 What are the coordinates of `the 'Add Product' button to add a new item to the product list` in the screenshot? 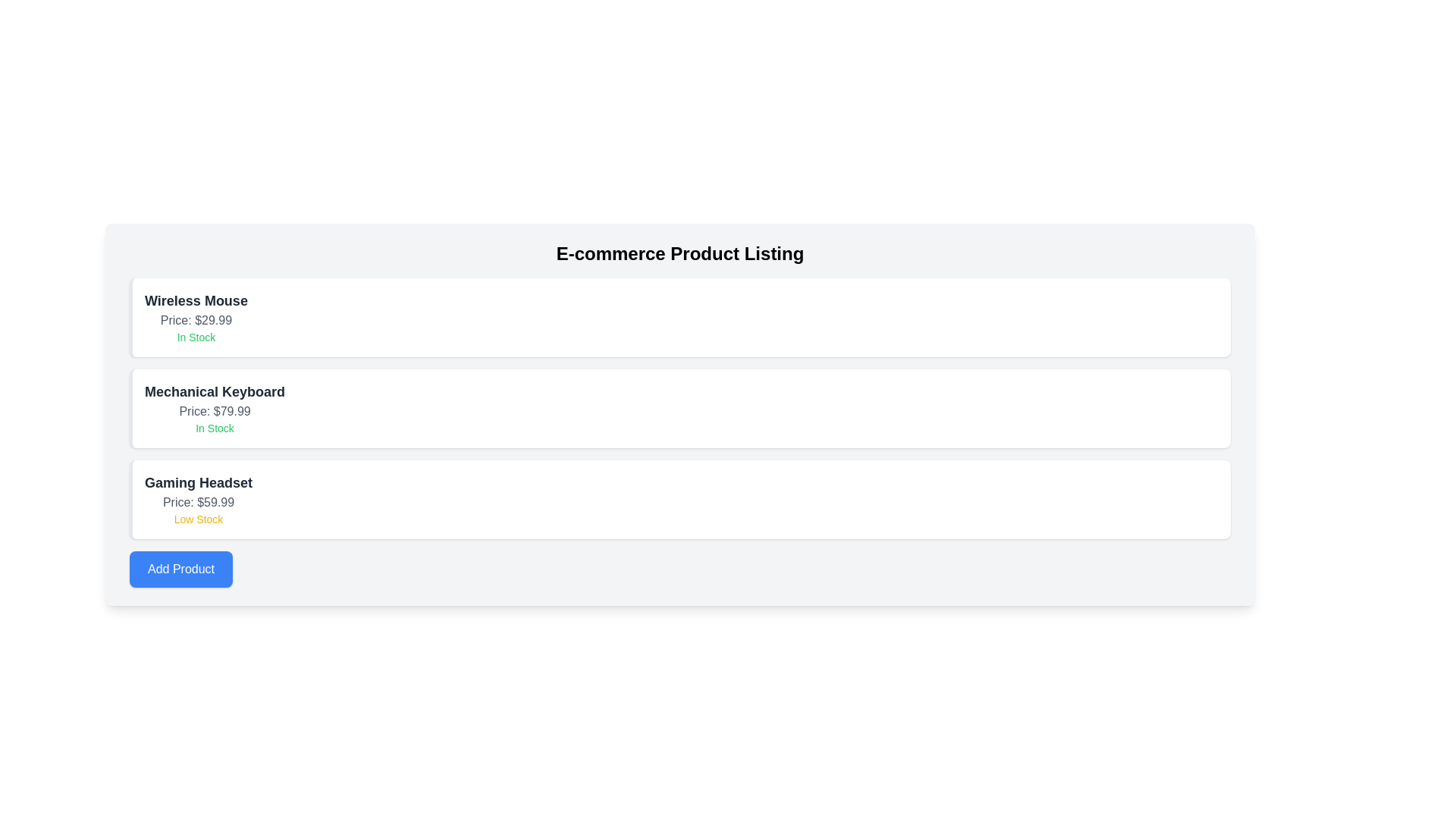 It's located at (181, 570).